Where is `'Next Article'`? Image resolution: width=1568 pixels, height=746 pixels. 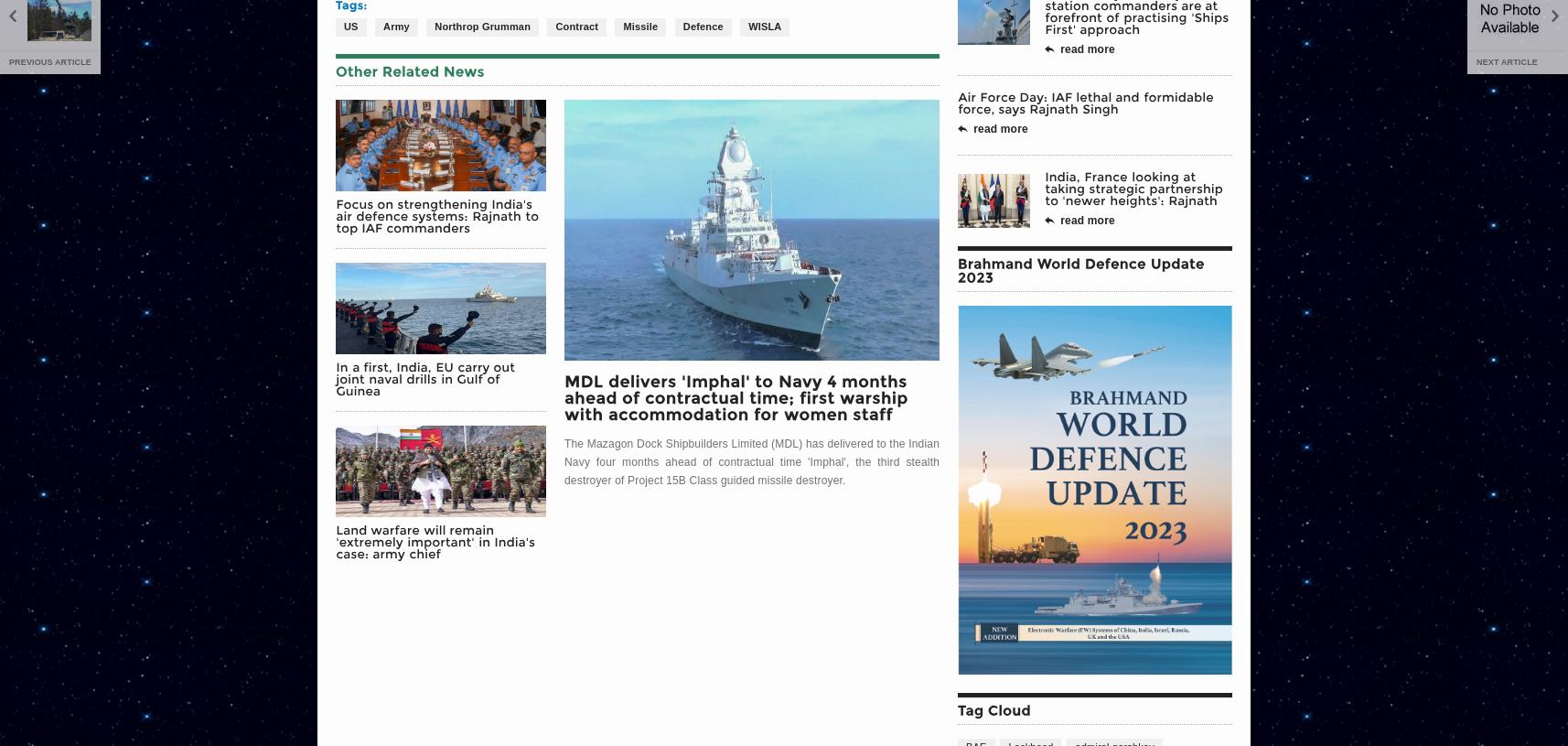 'Next Article' is located at coordinates (1477, 60).